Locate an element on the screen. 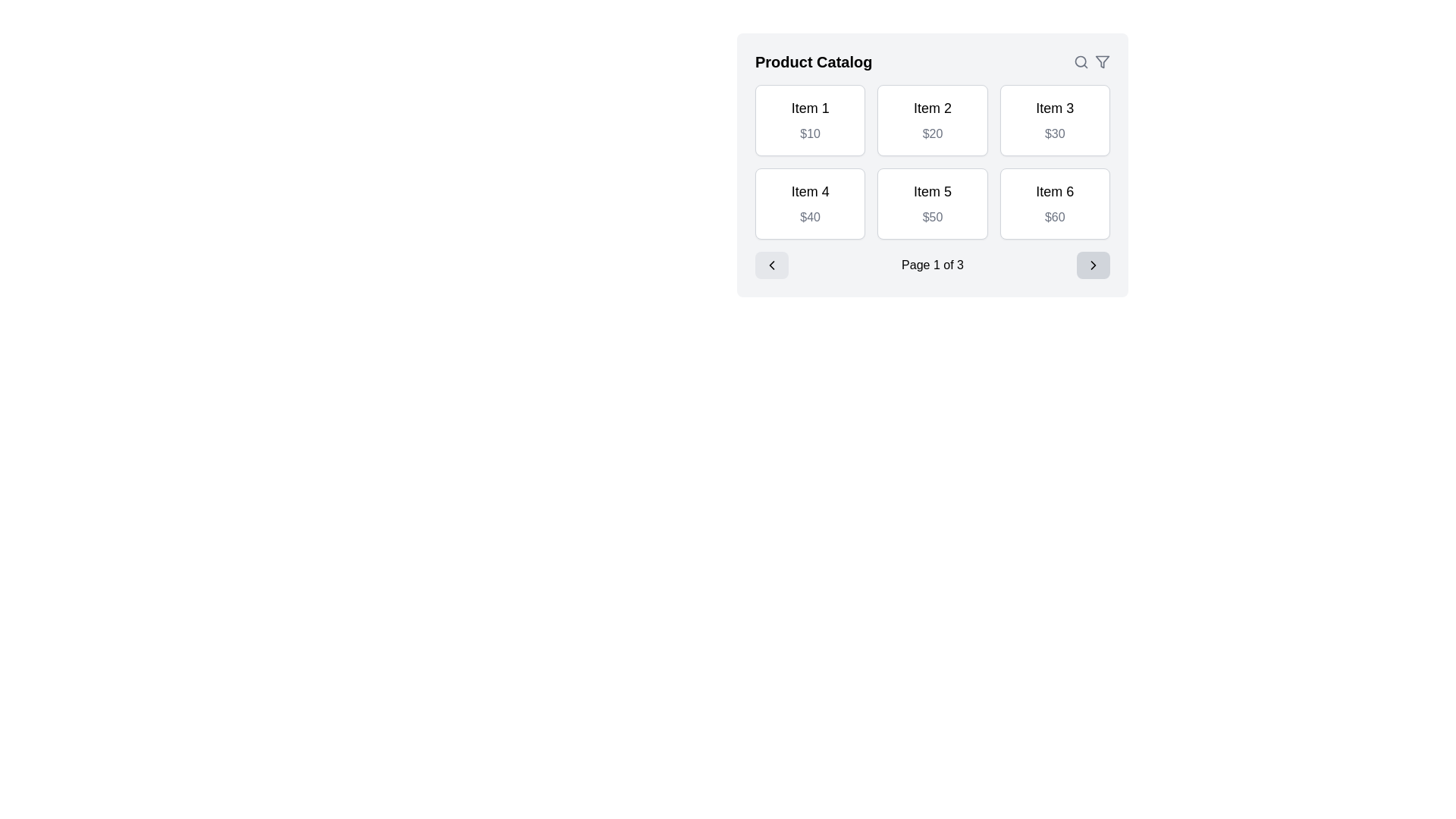  the left-pointing chevron icon outlined in black is located at coordinates (771, 265).